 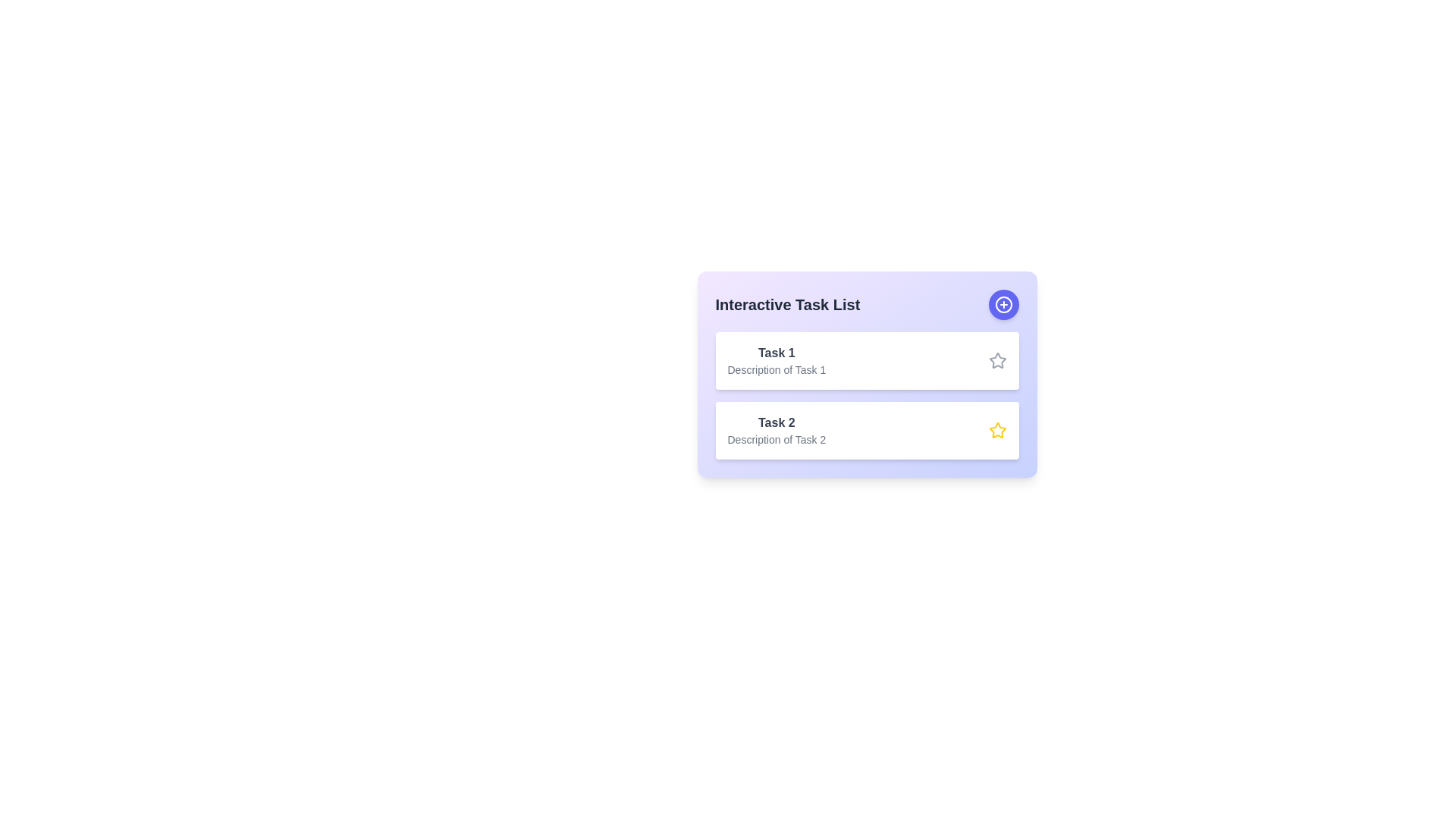 What do you see at coordinates (997, 430) in the screenshot?
I see `star icon next to Task 2 to toggle its starred state` at bounding box center [997, 430].